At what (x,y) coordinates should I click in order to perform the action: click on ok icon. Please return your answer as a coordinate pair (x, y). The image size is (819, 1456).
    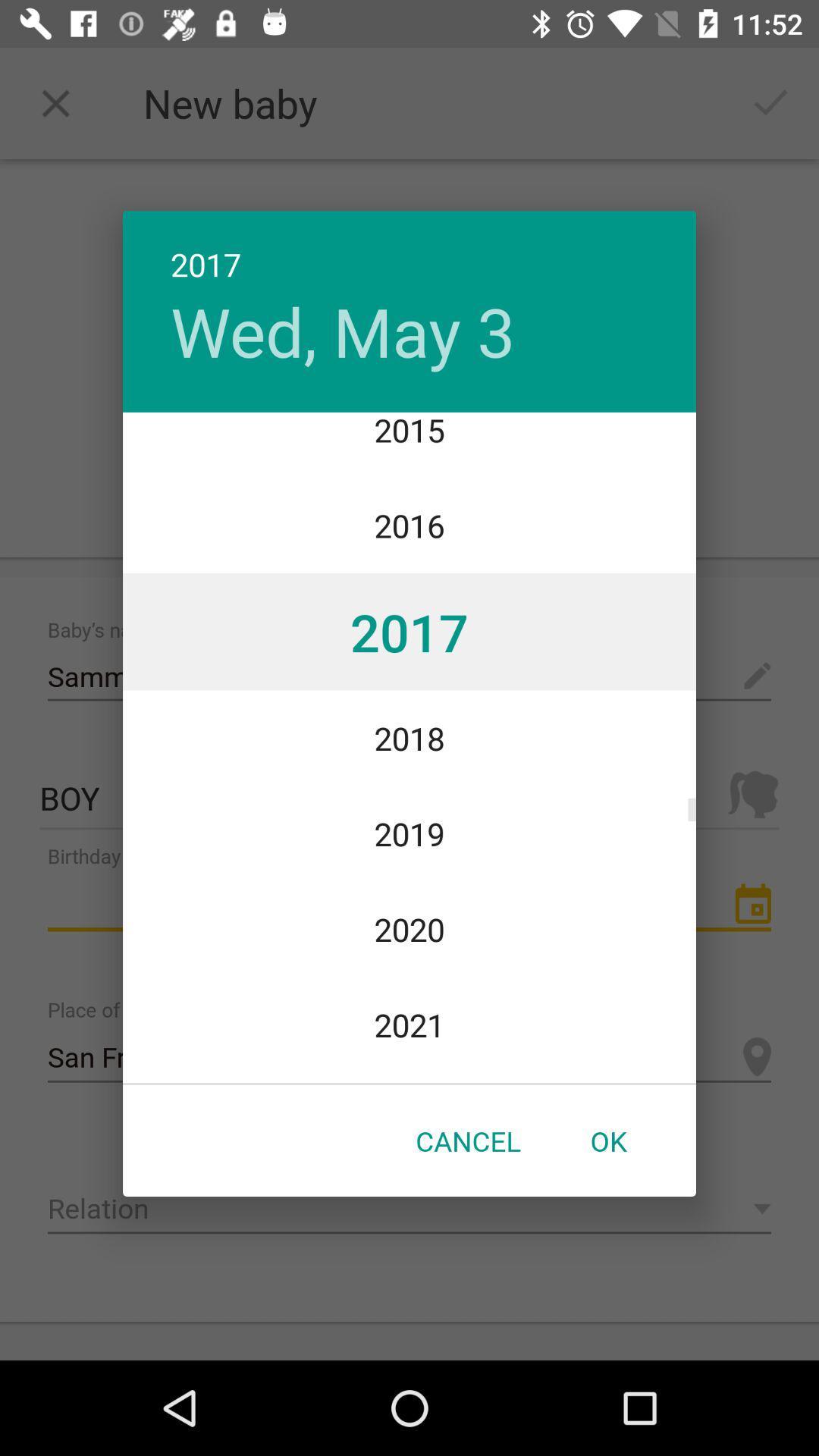
    Looking at the image, I should click on (607, 1141).